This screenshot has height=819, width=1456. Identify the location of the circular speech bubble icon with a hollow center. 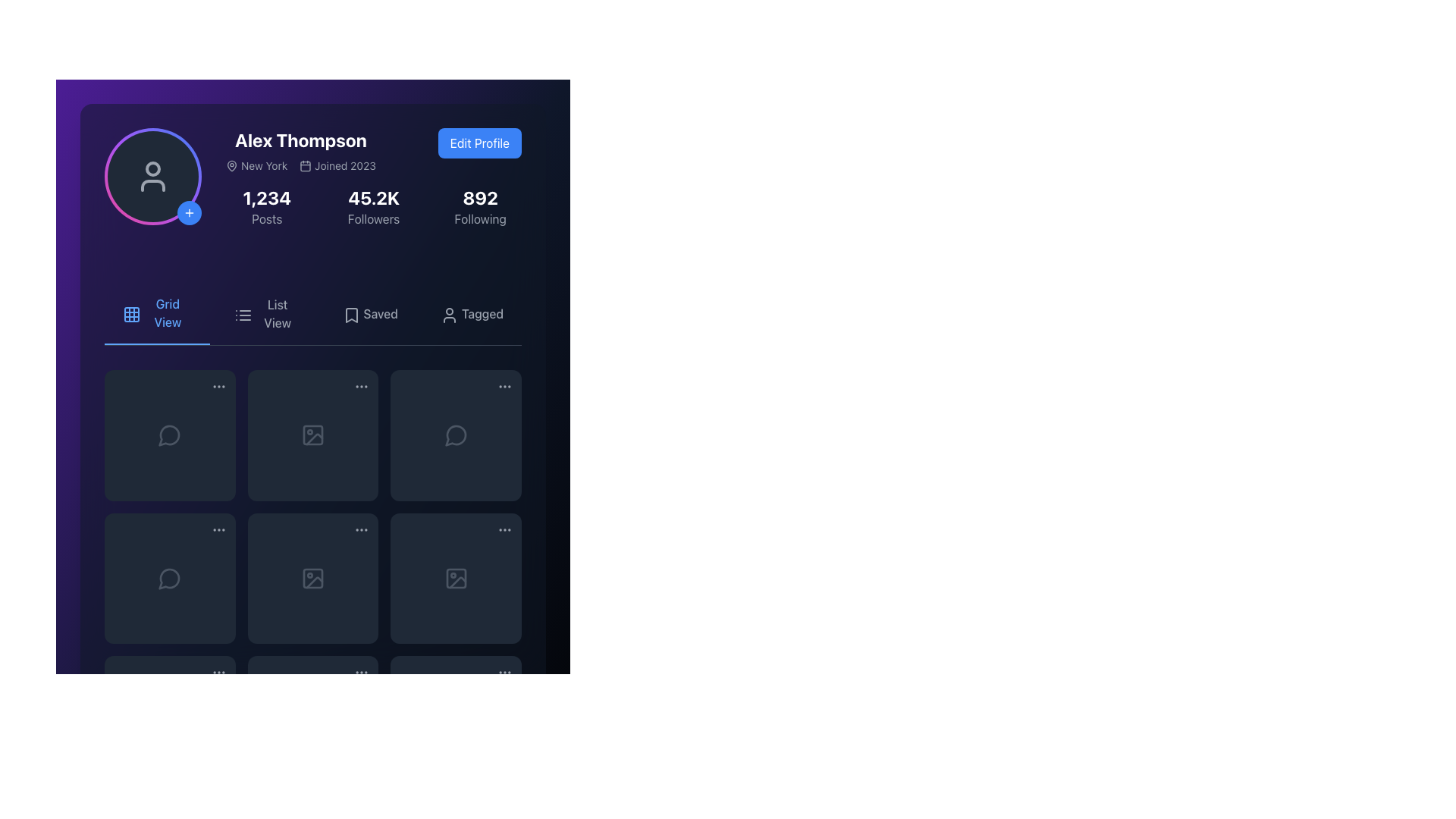
(169, 435).